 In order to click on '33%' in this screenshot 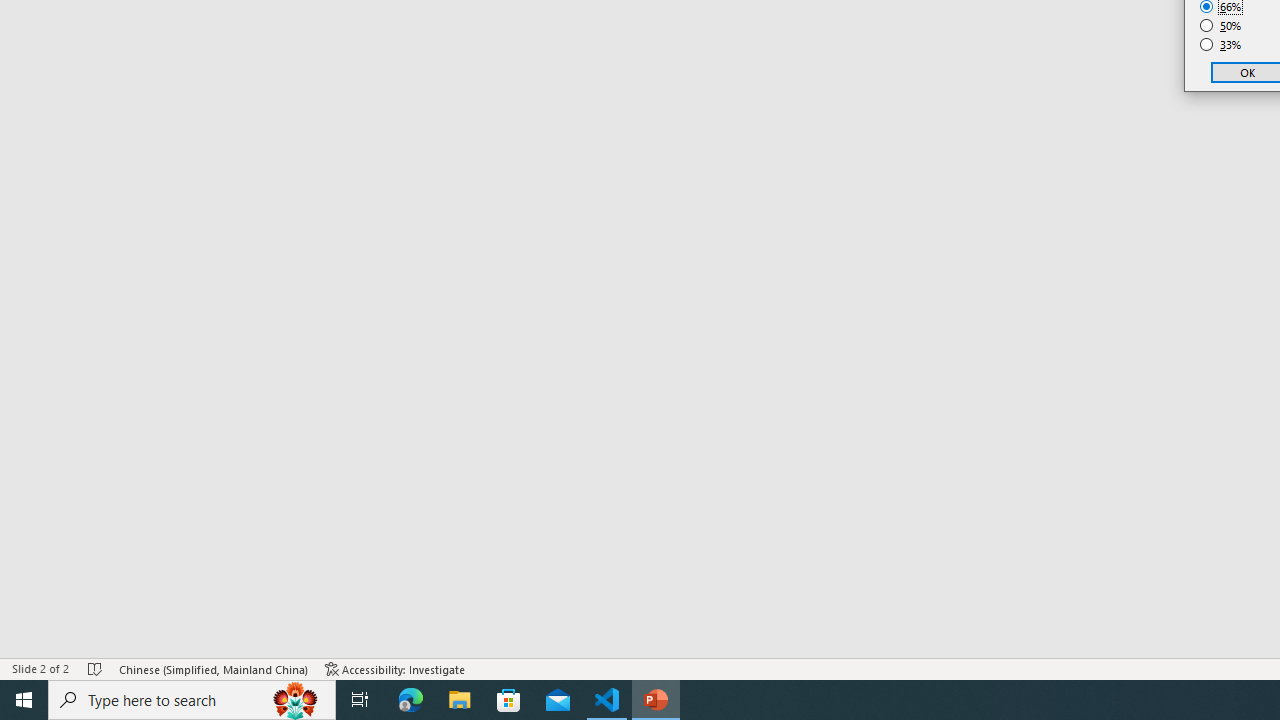, I will do `click(1220, 45)`.